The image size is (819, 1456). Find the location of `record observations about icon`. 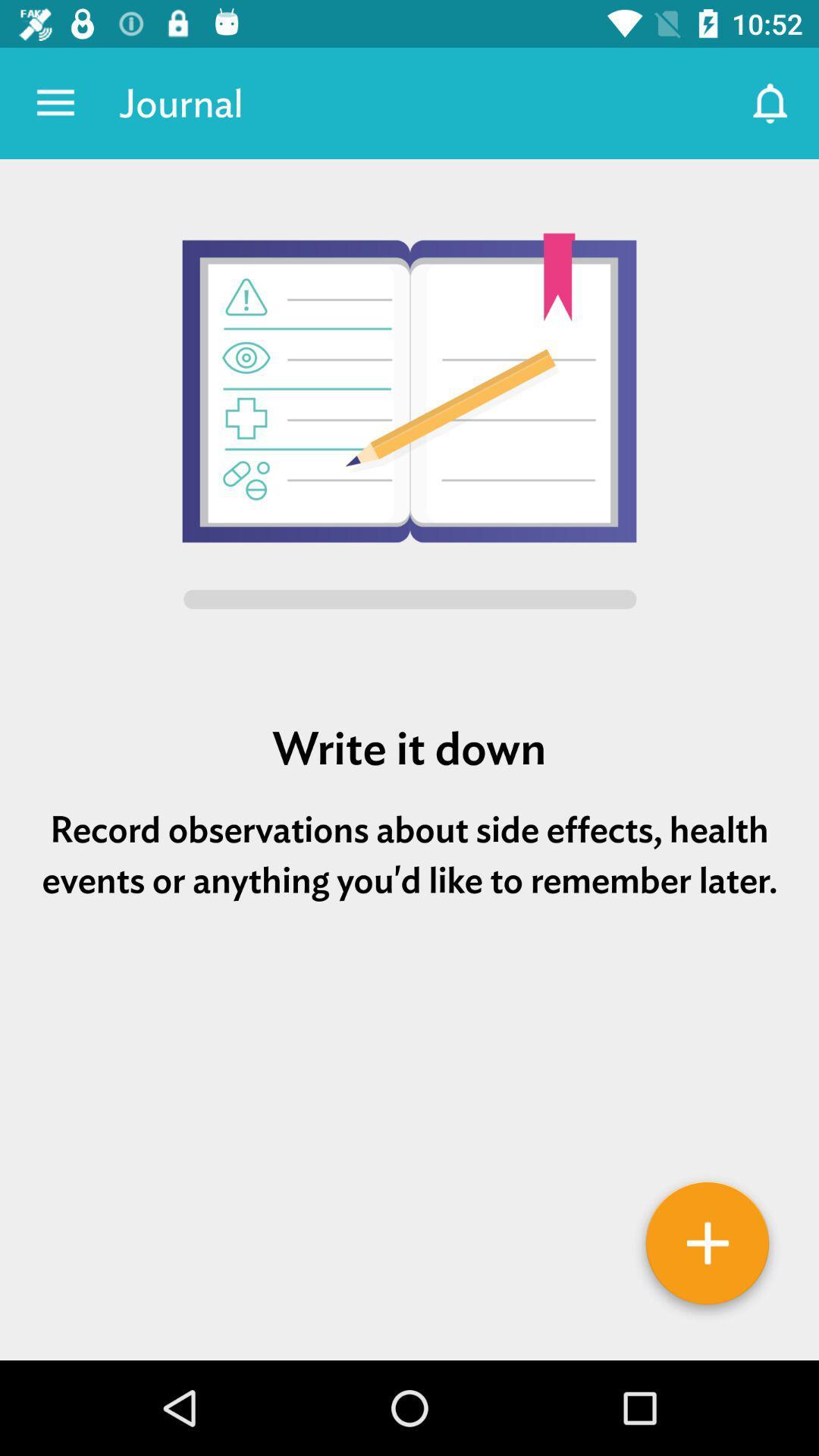

record observations about icon is located at coordinates (409, 855).